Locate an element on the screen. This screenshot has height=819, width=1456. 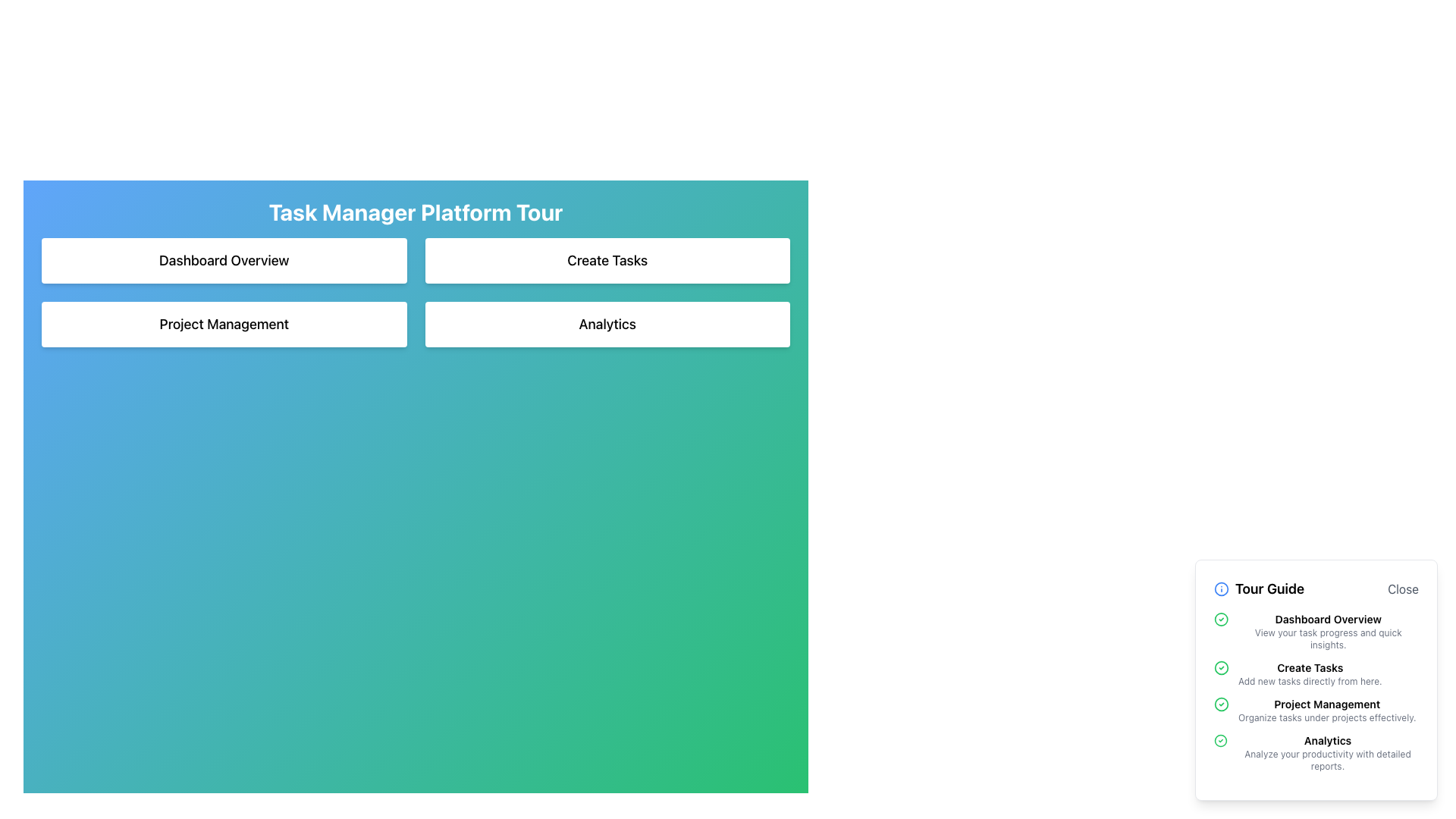
the informational item with the bold heading 'Dashboard Overview' and the green checkmark icon, located in the 'Tour Guide' sidebar is located at coordinates (1316, 632).